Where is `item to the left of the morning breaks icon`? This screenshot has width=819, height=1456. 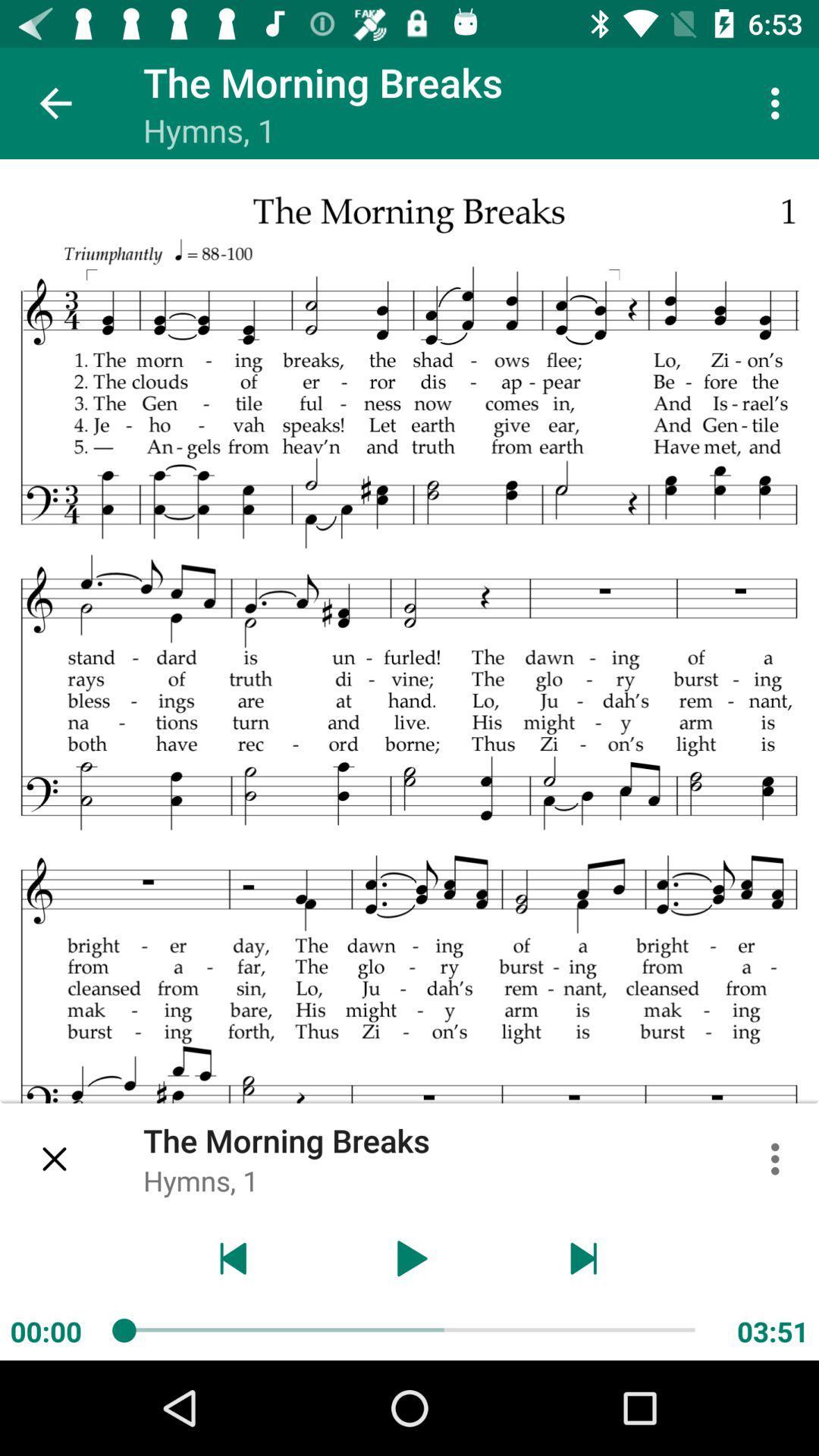
item to the left of the morning breaks icon is located at coordinates (55, 102).